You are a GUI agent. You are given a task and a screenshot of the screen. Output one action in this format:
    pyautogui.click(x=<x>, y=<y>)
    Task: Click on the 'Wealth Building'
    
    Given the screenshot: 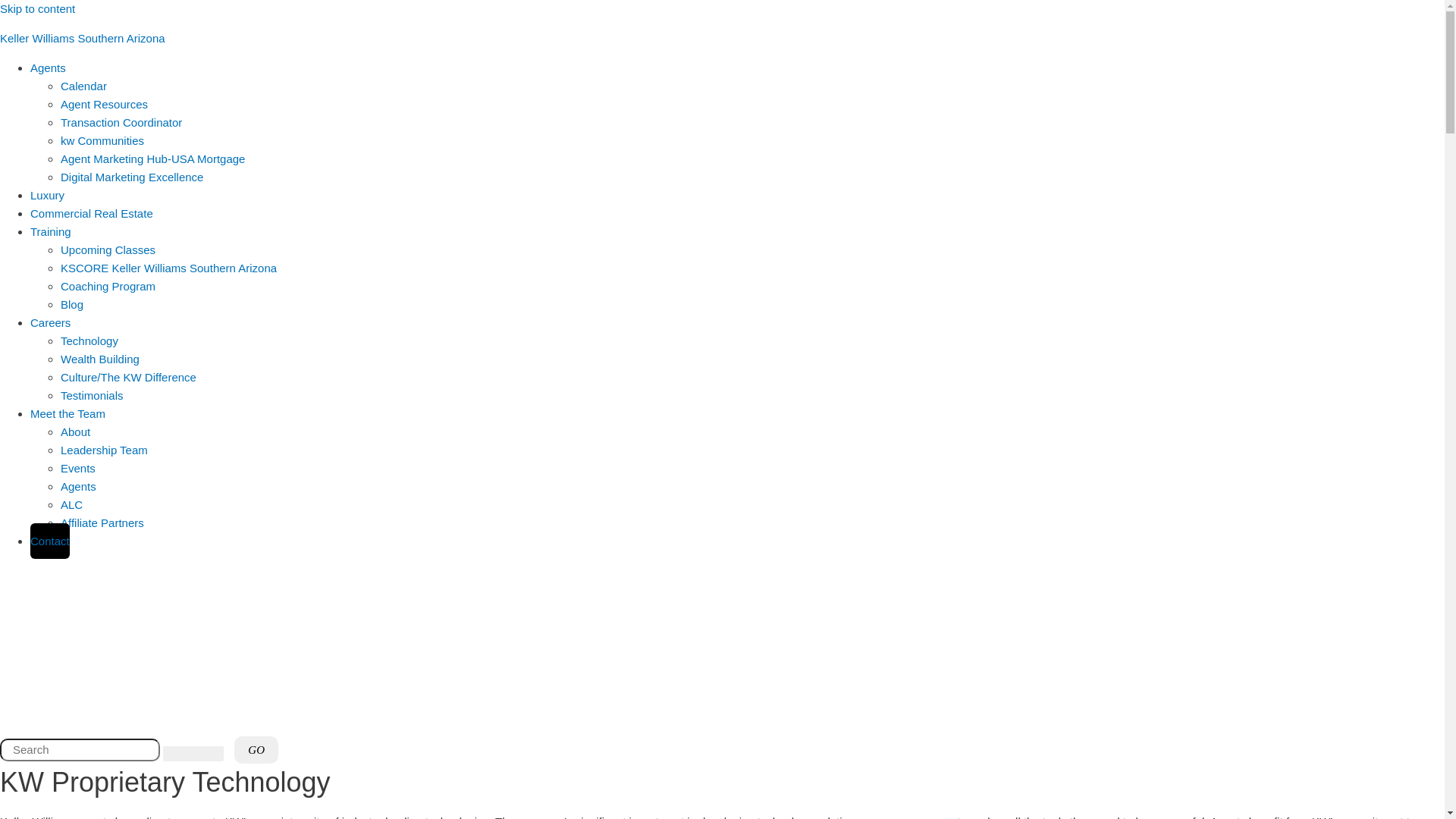 What is the action you would take?
    pyautogui.click(x=61, y=359)
    